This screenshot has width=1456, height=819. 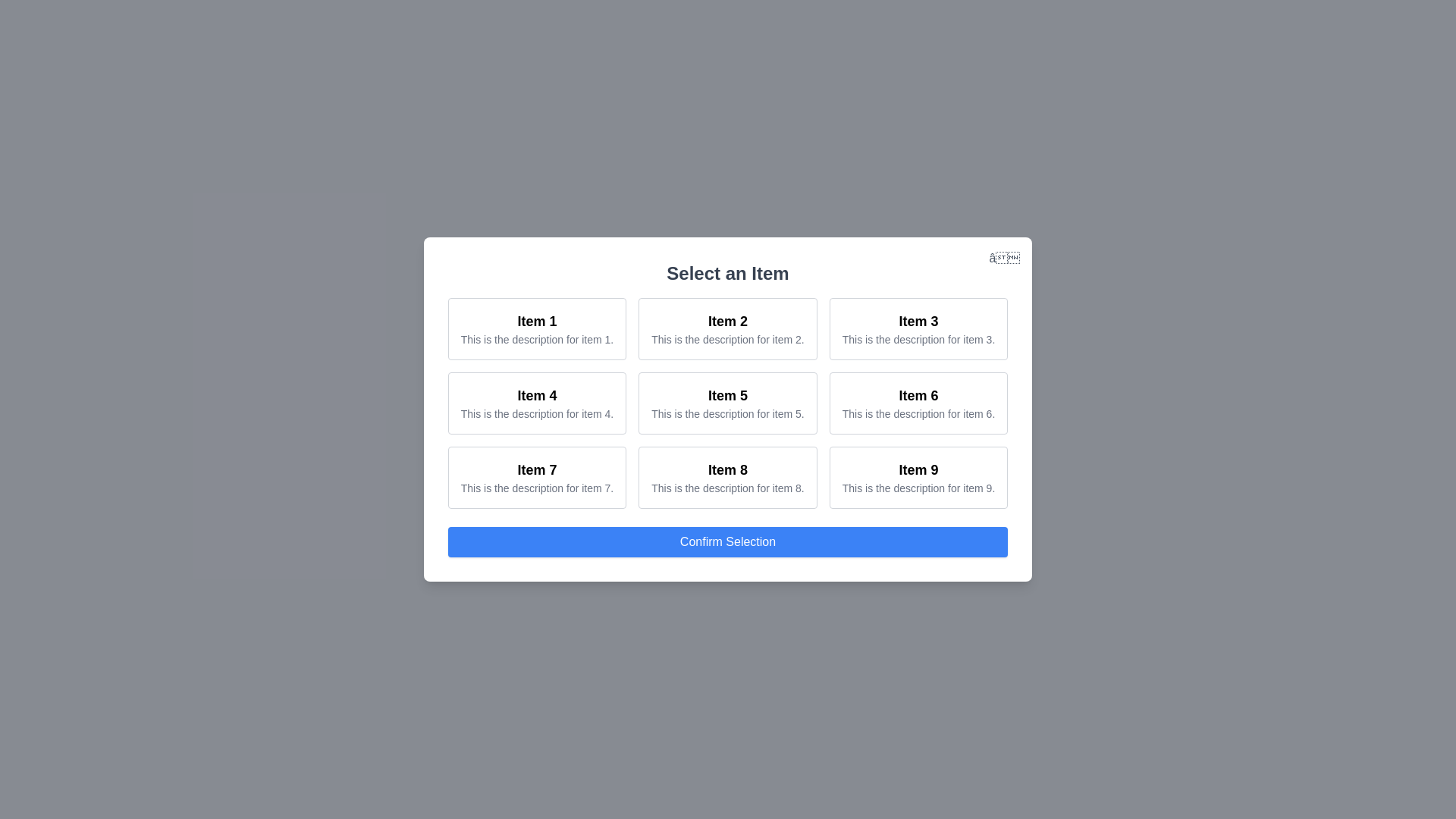 I want to click on the close button in the top-right corner of the dialog, so click(x=1004, y=257).